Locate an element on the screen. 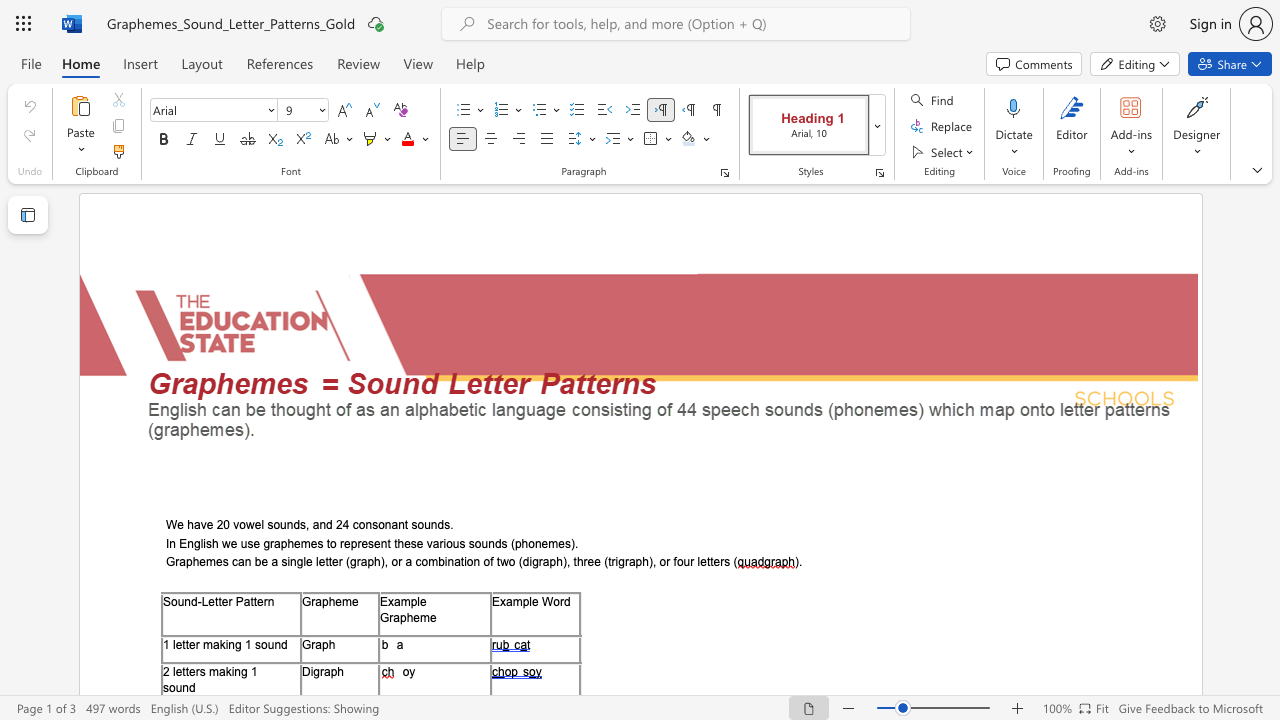 The width and height of the screenshot is (1280, 720). the subset text "gra" within the text "Digraph" is located at coordinates (312, 671).